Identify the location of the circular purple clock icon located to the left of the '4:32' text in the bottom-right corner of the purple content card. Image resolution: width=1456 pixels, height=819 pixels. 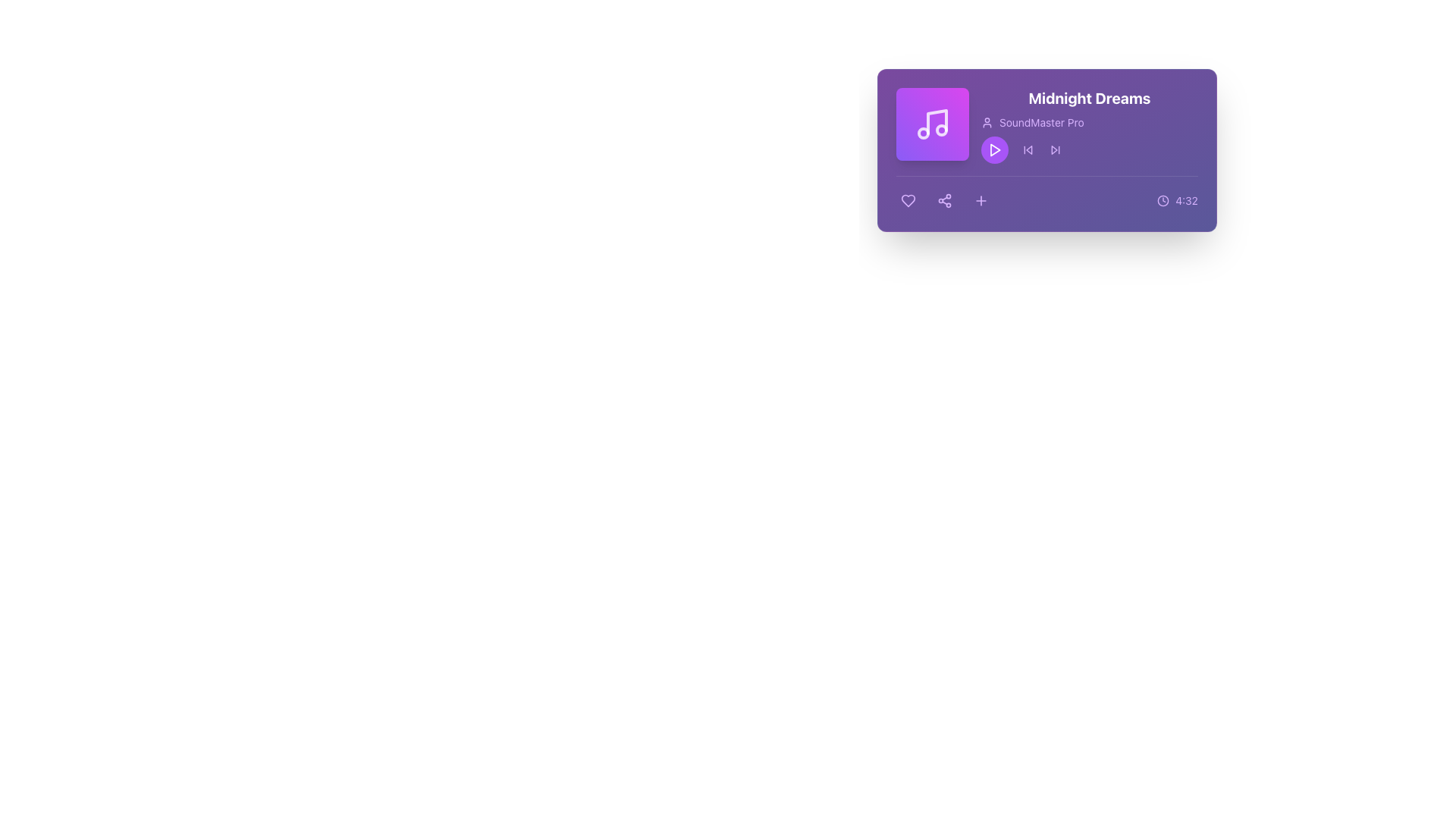
(1163, 200).